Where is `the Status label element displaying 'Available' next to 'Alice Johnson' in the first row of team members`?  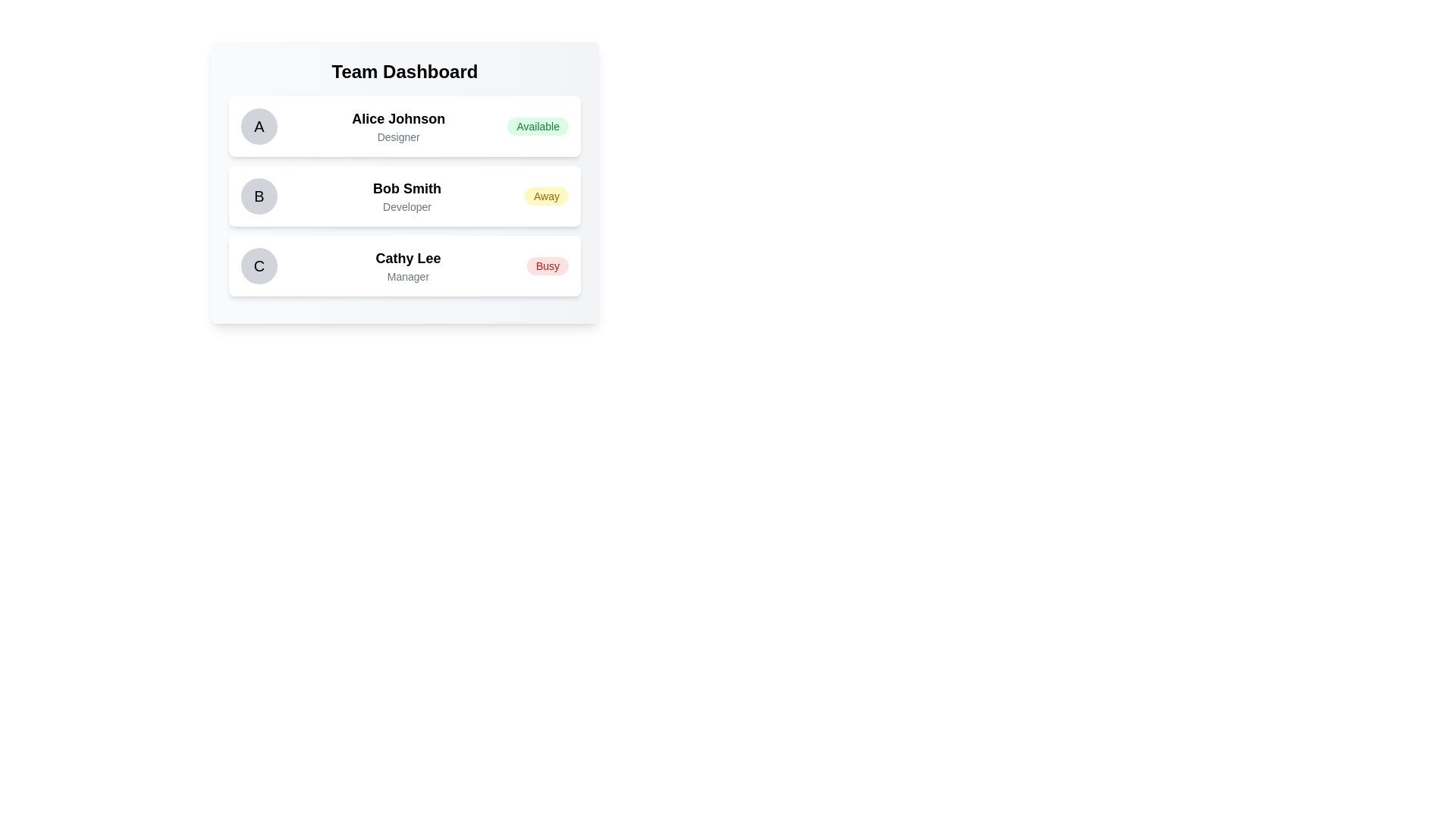
the Status label element displaying 'Available' next to 'Alice Johnson' in the first row of team members is located at coordinates (538, 125).